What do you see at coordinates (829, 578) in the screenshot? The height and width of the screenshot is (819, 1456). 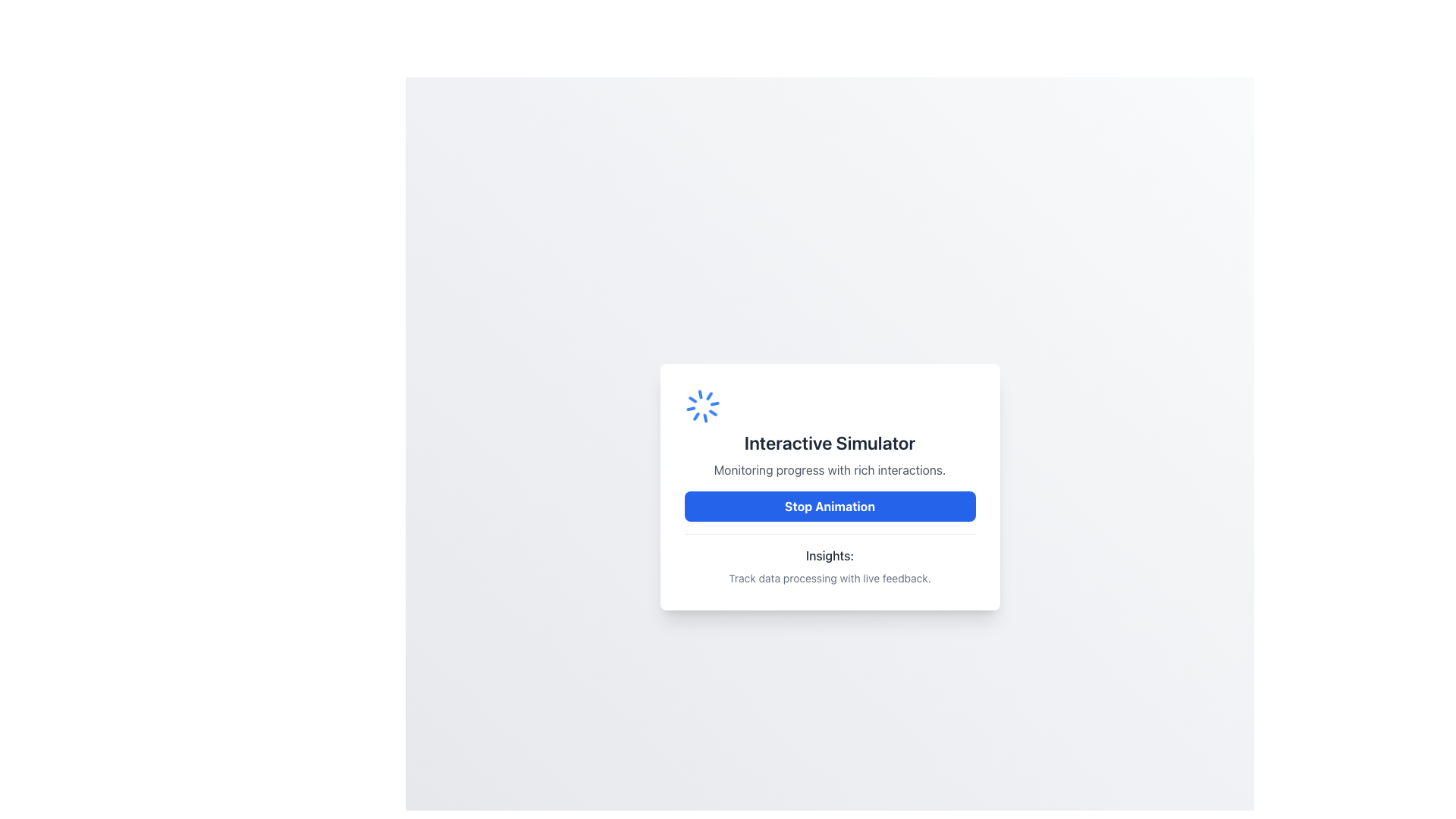 I see `the text snippet that reads 'Track data processing with live feedback.' by navigating with the keyboard` at bounding box center [829, 578].